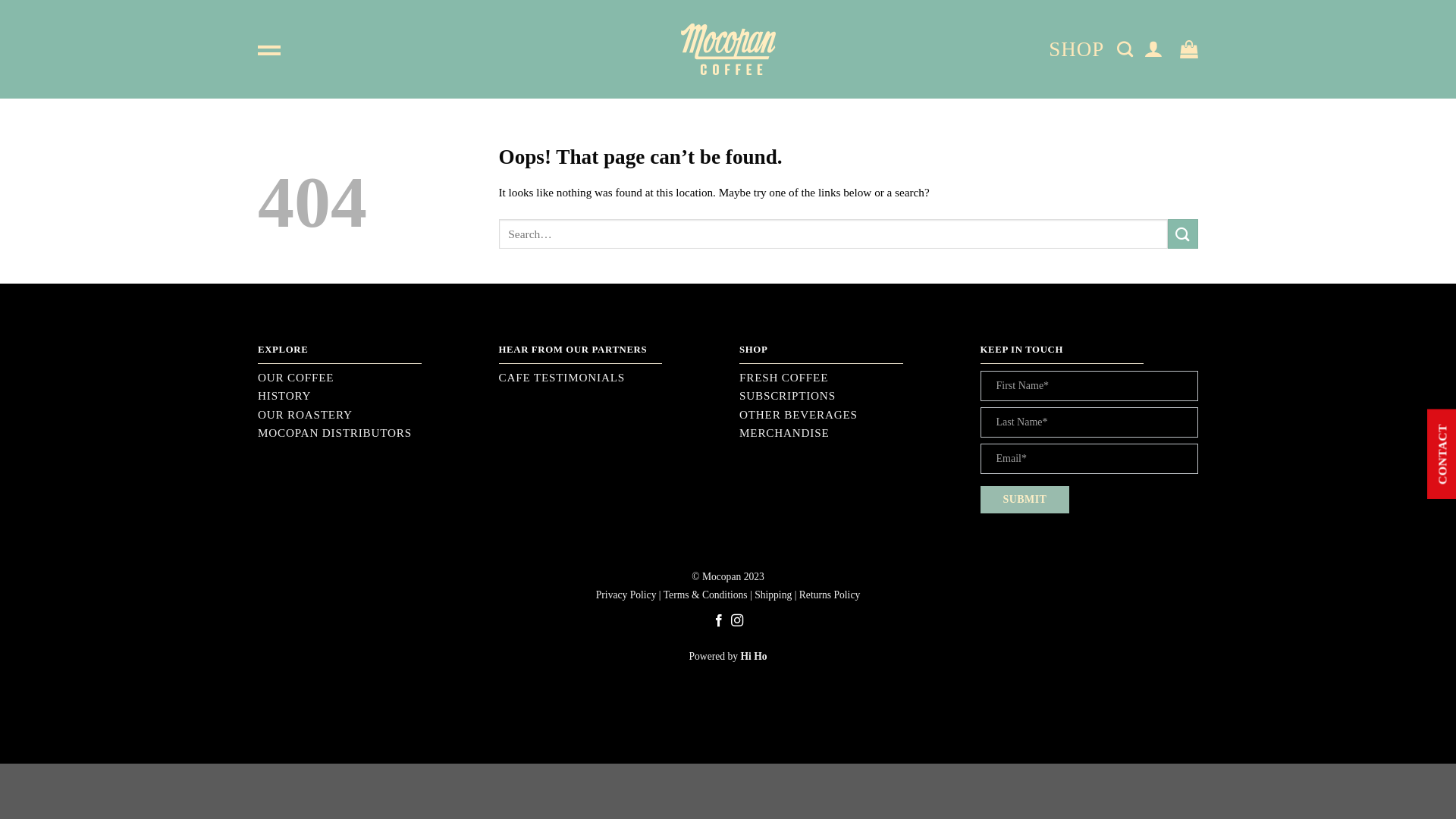 This screenshot has height=819, width=1456. What do you see at coordinates (728, 49) in the screenshot?
I see `'Mocopan - Coffee Roasters'` at bounding box center [728, 49].